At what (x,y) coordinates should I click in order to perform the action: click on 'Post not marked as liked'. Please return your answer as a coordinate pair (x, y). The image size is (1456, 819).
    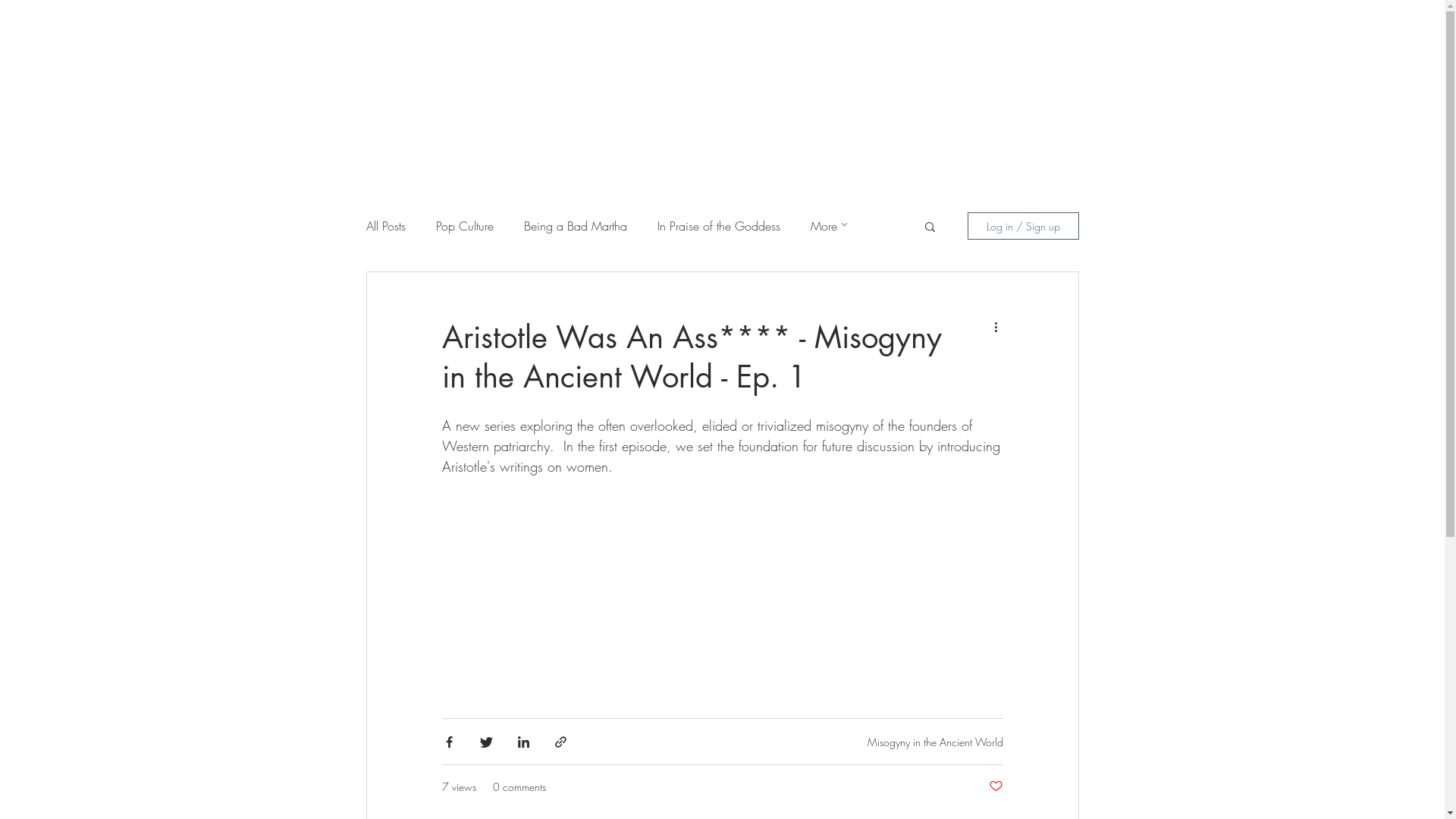
    Looking at the image, I should click on (996, 786).